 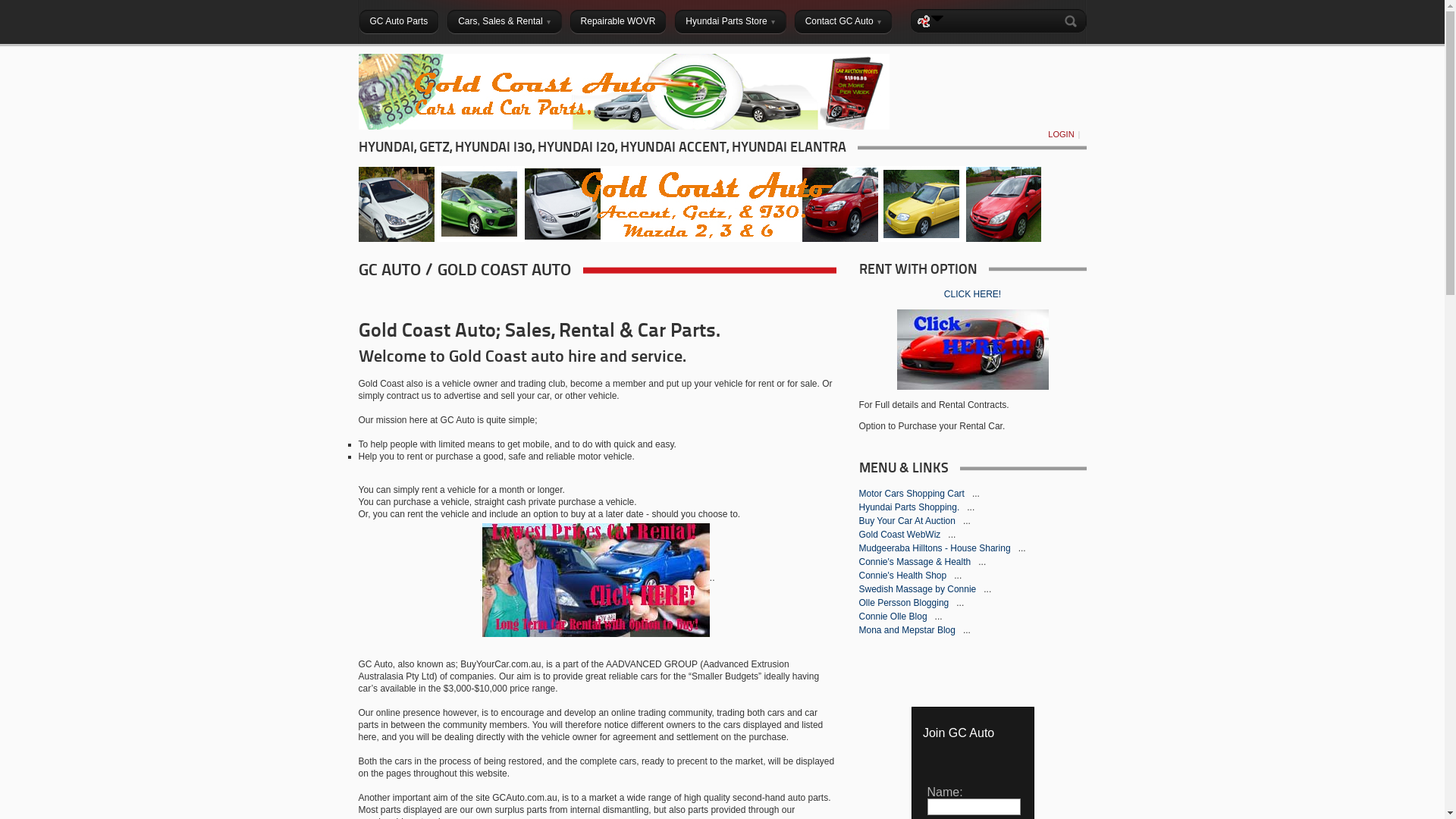 What do you see at coordinates (730, 20) in the screenshot?
I see `'Hyundai Parts Store'` at bounding box center [730, 20].